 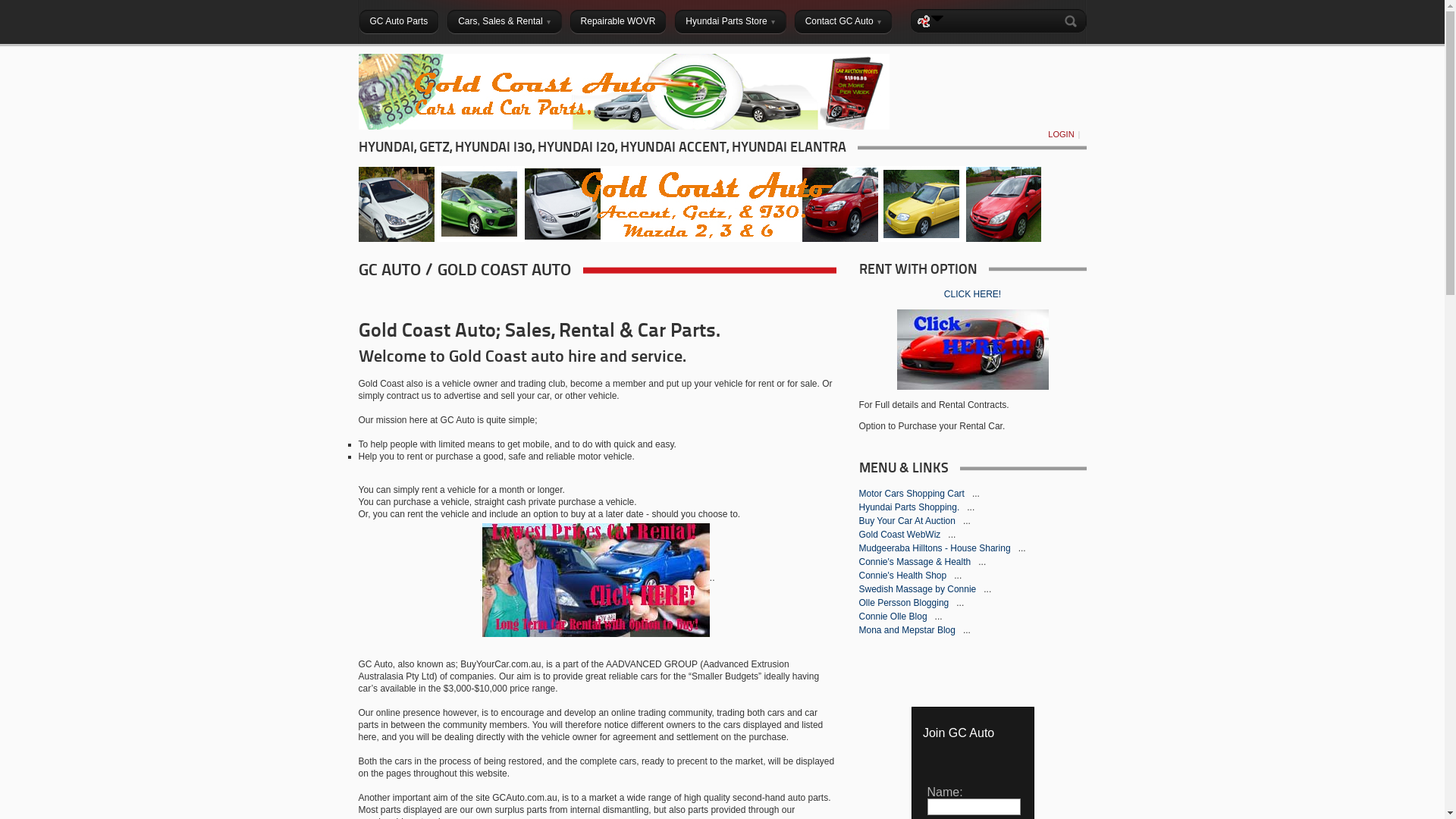 What do you see at coordinates (730, 20) in the screenshot?
I see `'Hyundai Parts Store'` at bounding box center [730, 20].